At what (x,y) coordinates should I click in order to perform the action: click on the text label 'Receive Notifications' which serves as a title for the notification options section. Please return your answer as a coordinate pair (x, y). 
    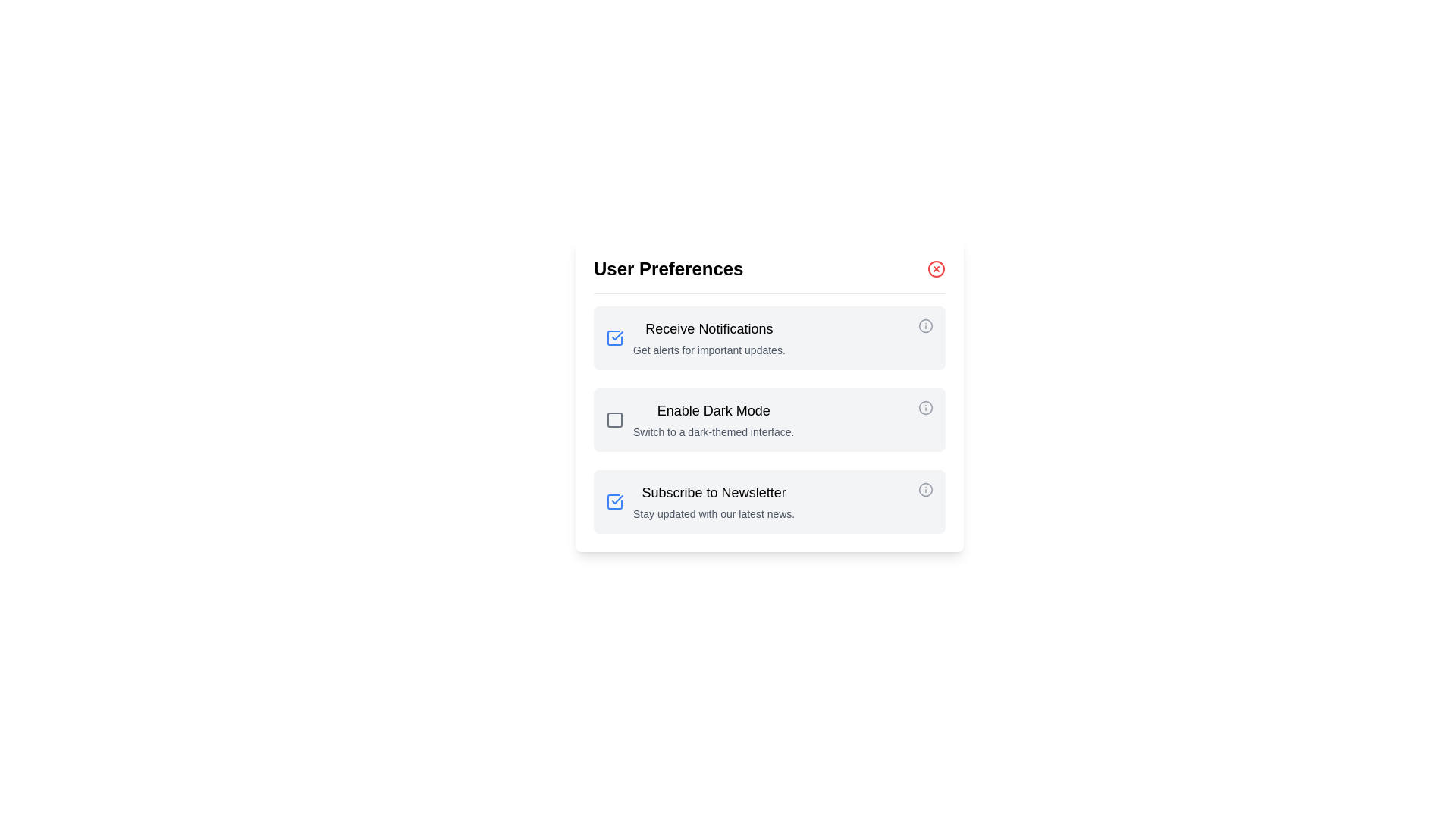
    Looking at the image, I should click on (708, 328).